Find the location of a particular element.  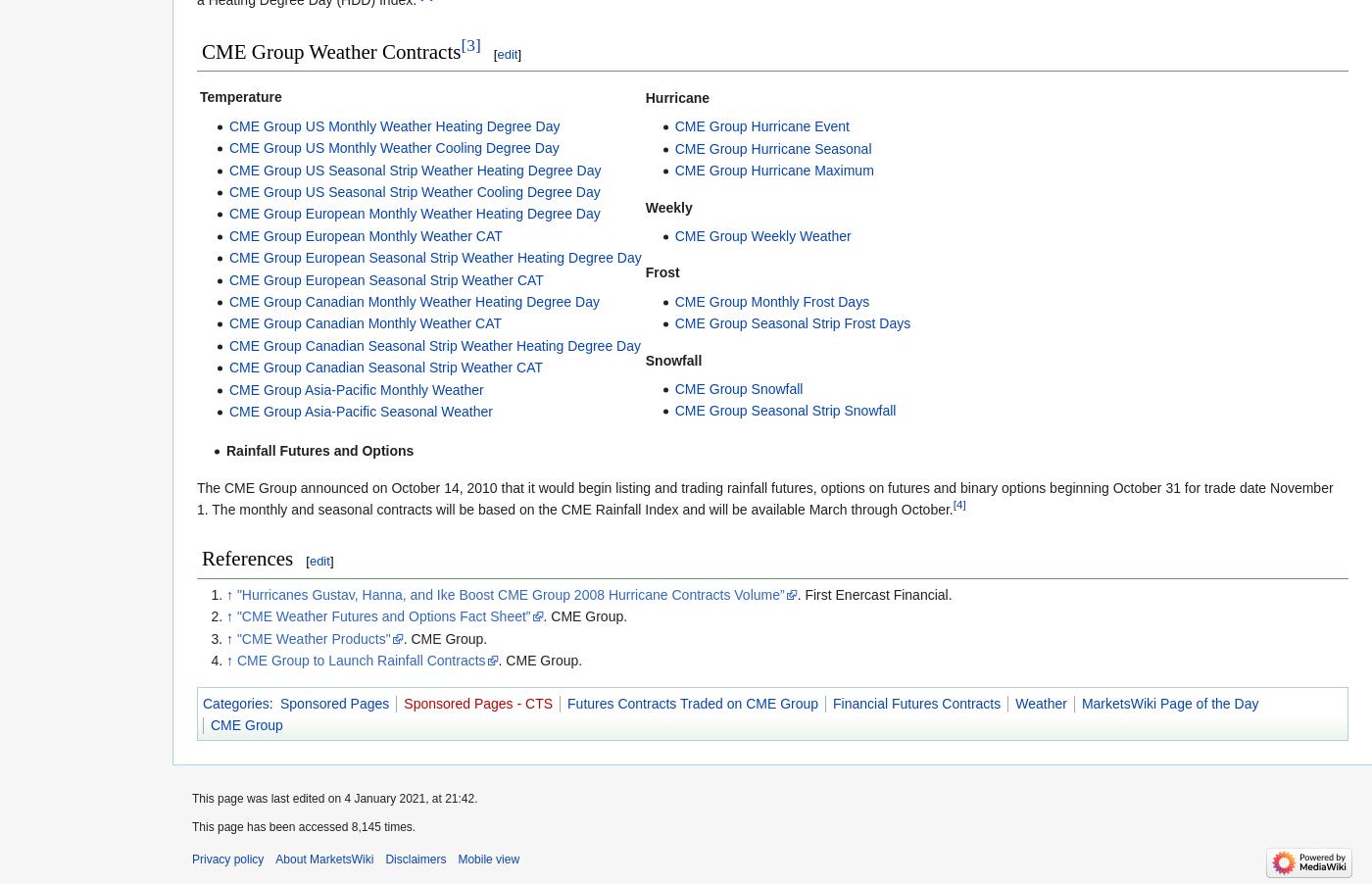

'CME Group US Monthly Weather Cooling Degree Day' is located at coordinates (393, 147).